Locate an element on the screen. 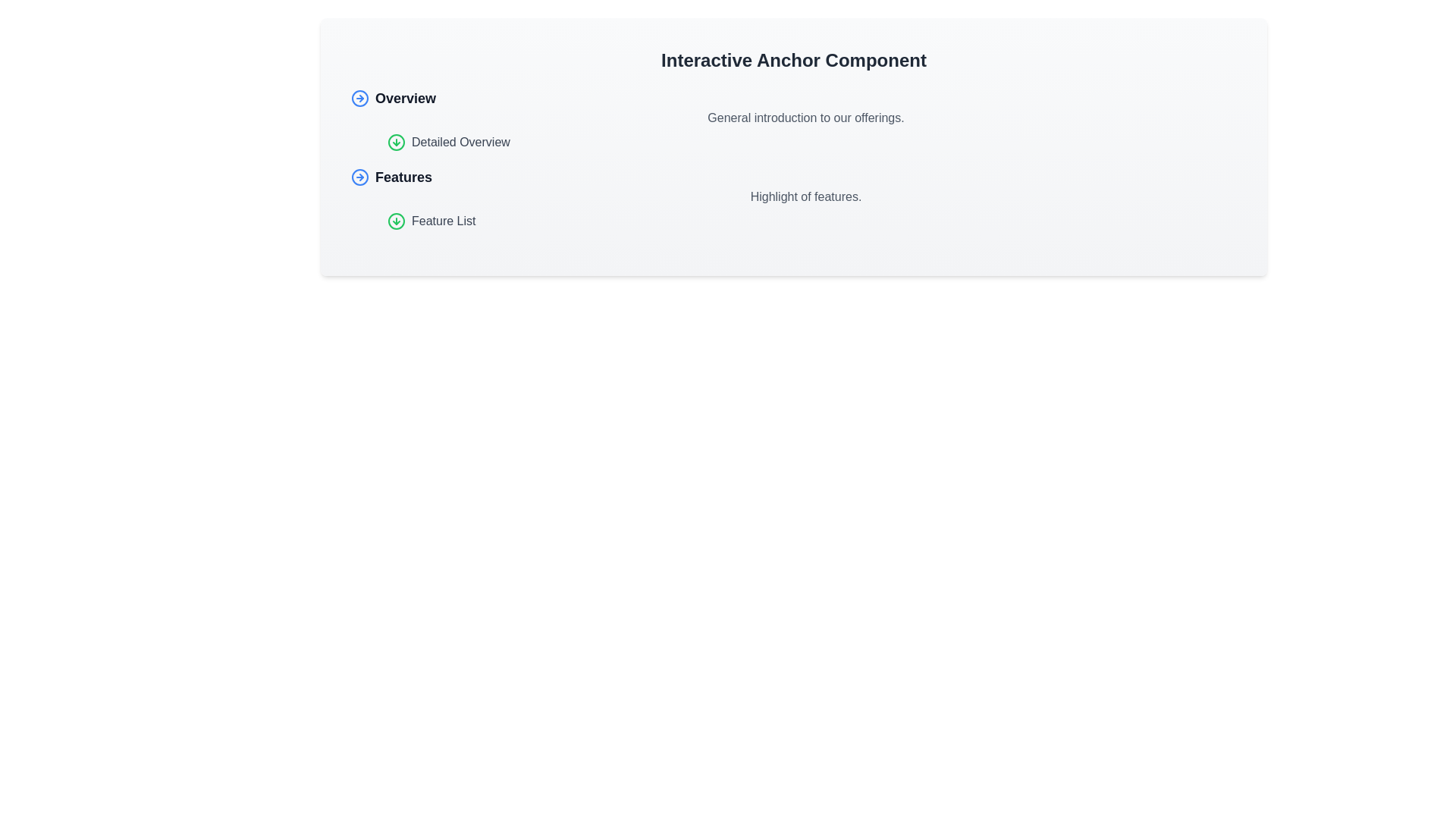 This screenshot has width=1456, height=819. the 'Overview' text link, which is styled as a header in large bold font and changes color on hover is located at coordinates (406, 99).